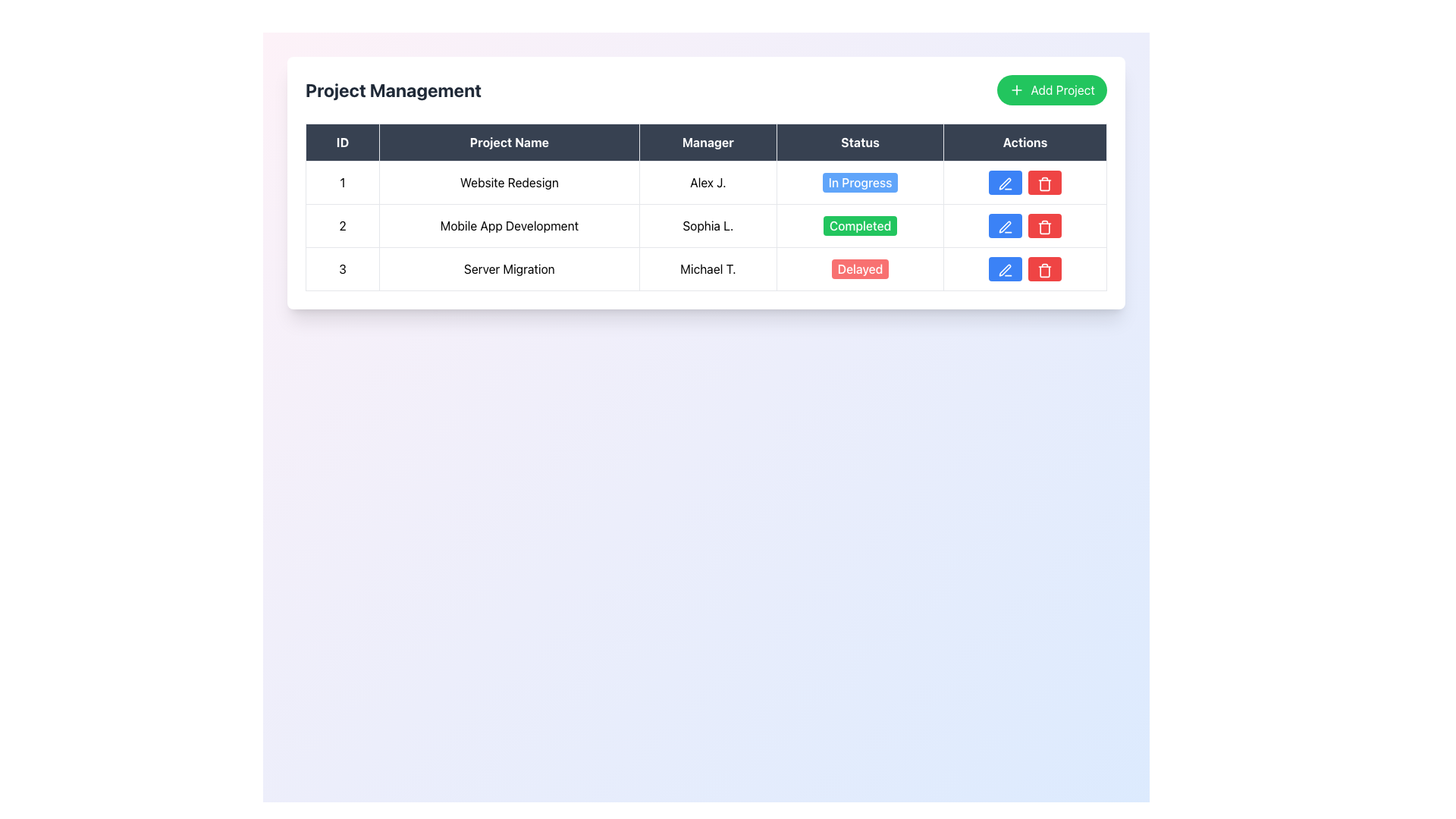 This screenshot has width=1456, height=819. Describe the element at coordinates (341, 143) in the screenshot. I see `the text label 'ID' in the header row of the data table, which is styled with a dark background and white font, located on the far left of the row` at that location.